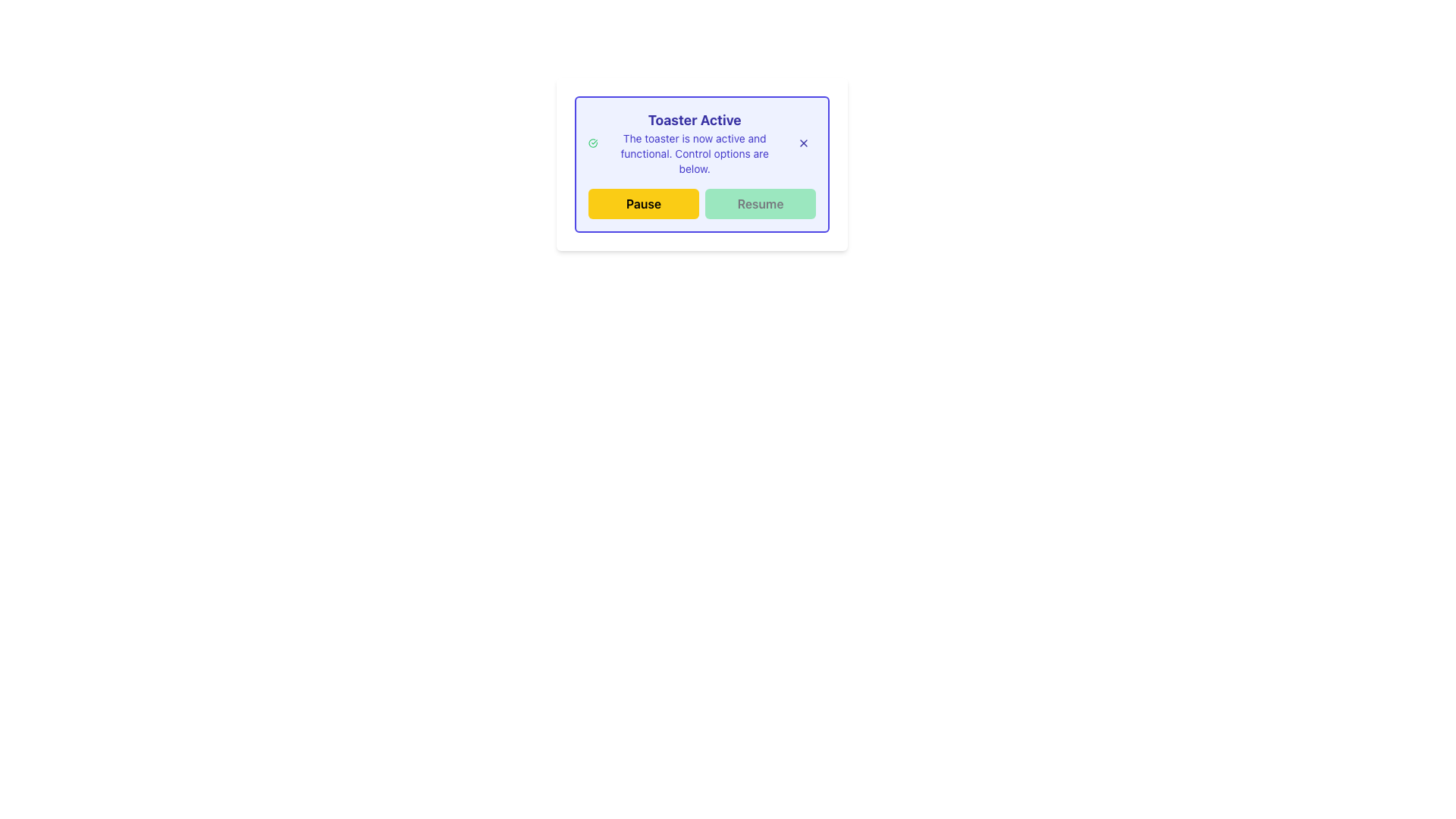  Describe the element at coordinates (803, 143) in the screenshot. I see `the 'X' icon located in the top-right corner of the 'Toaster Active' notification card` at that location.